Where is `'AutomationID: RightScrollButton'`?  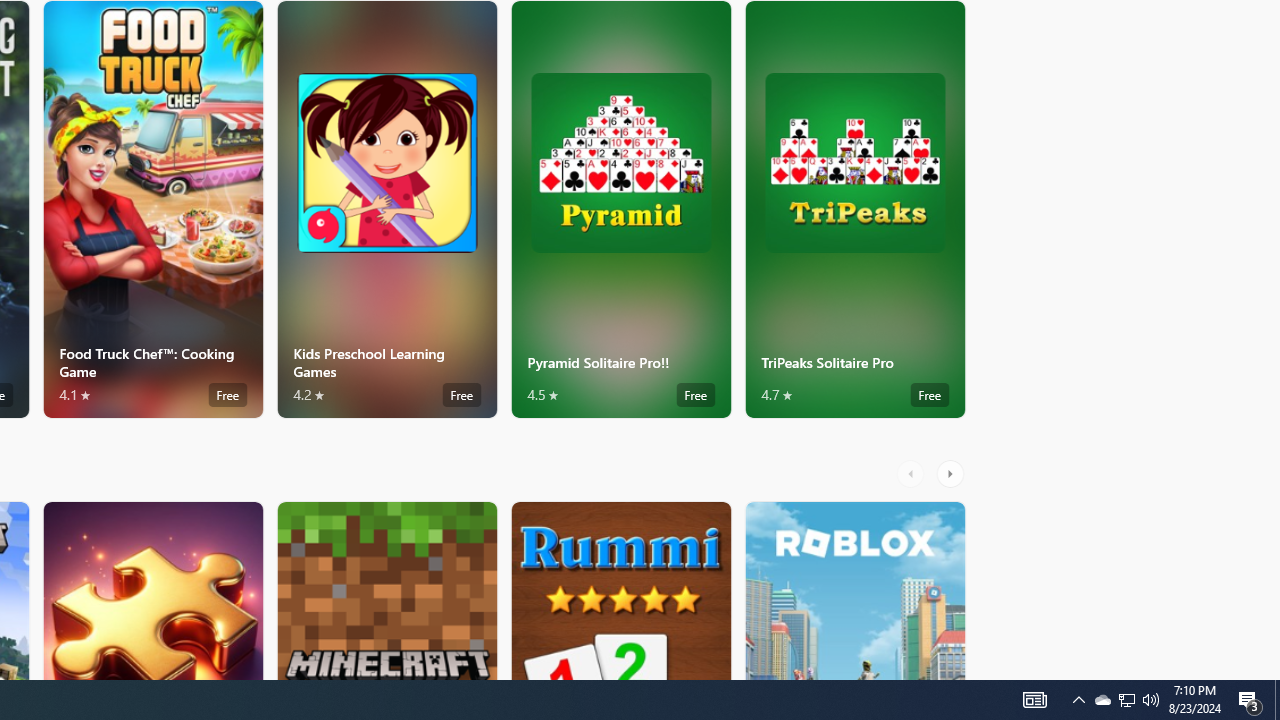
'AutomationID: RightScrollButton' is located at coordinates (951, 473).